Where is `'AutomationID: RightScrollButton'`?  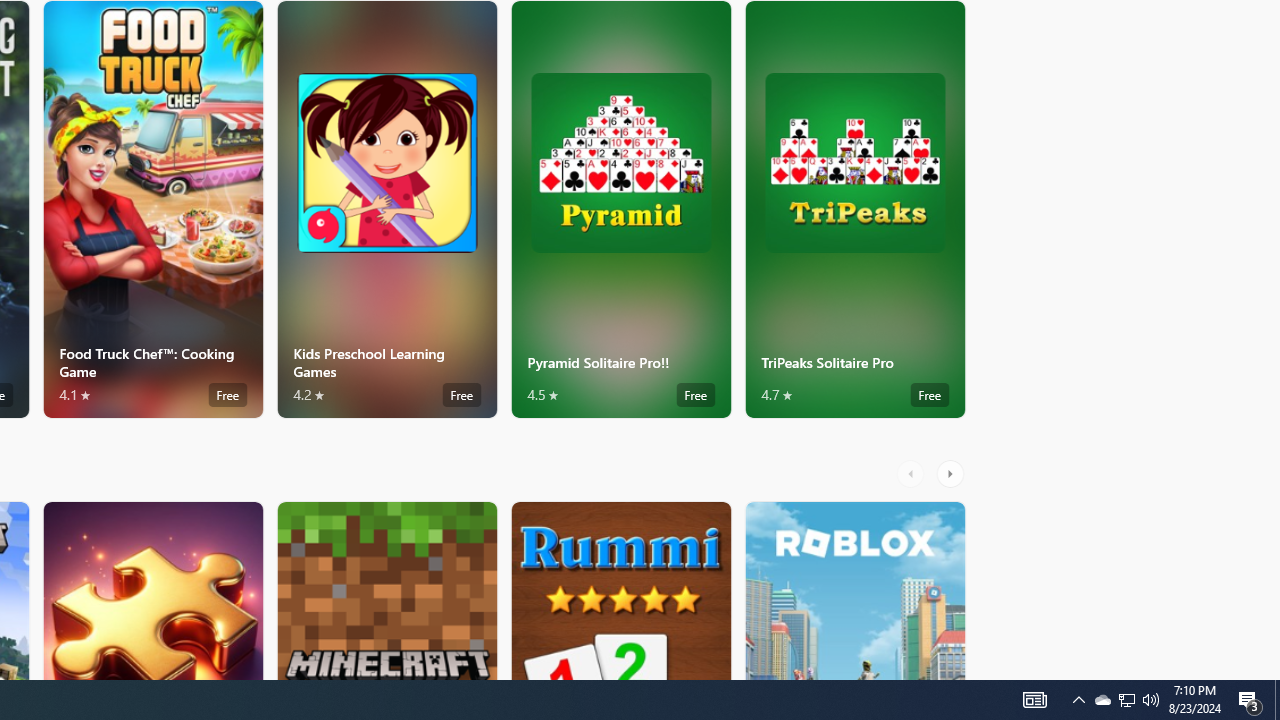
'AutomationID: RightScrollButton' is located at coordinates (951, 473).